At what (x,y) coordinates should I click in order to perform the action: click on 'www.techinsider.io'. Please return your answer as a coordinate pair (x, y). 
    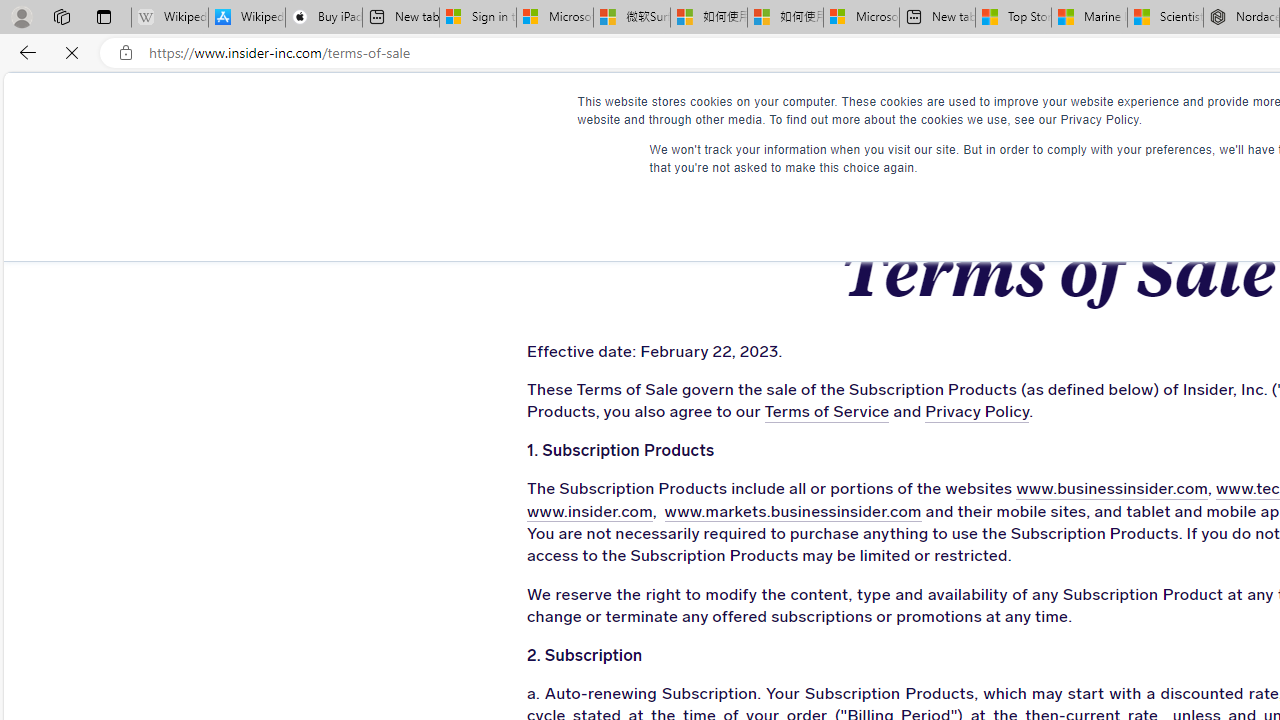
    Looking at the image, I should click on (1211, 489).